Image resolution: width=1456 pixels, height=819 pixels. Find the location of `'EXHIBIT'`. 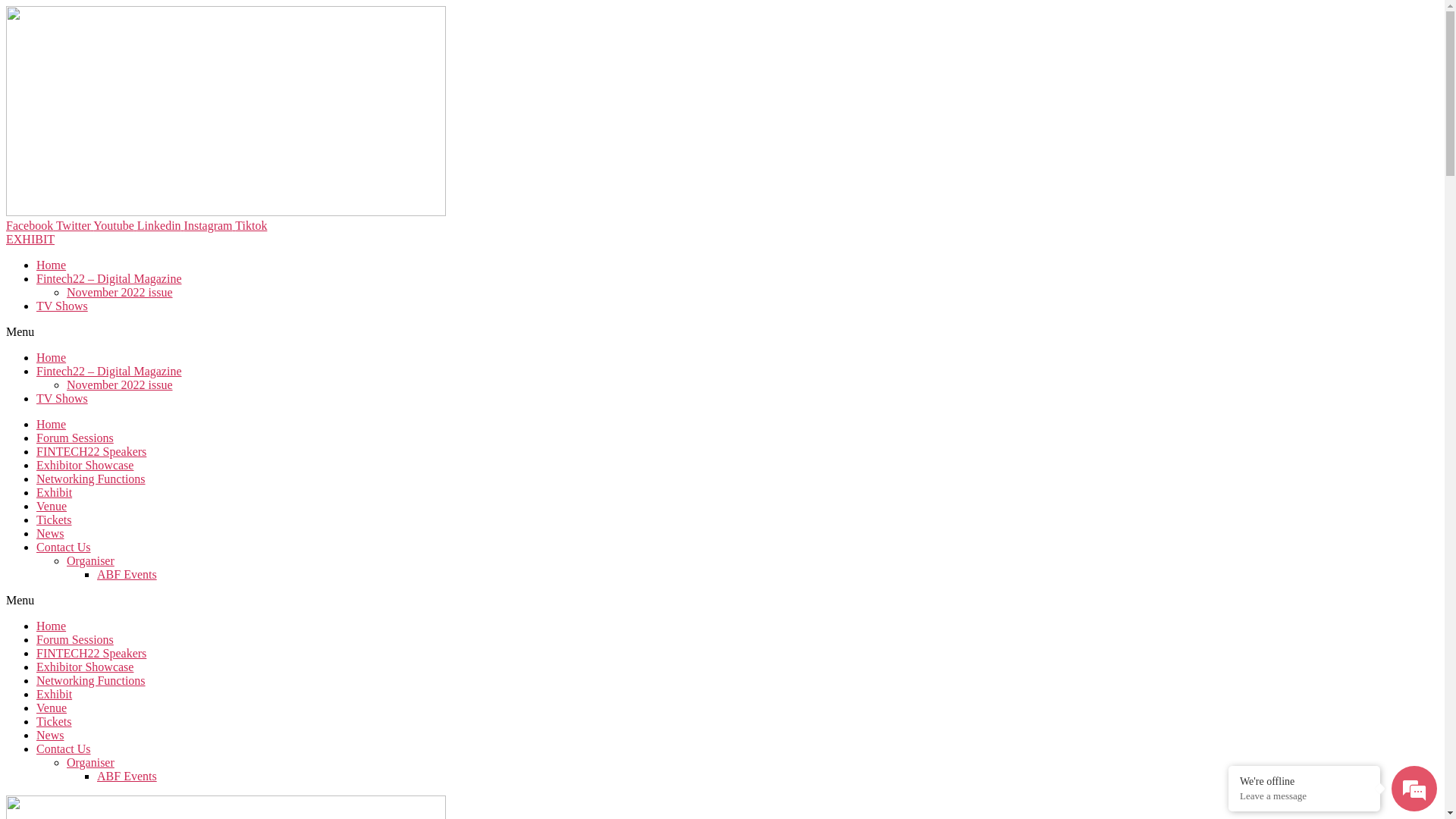

'EXHIBIT' is located at coordinates (30, 239).